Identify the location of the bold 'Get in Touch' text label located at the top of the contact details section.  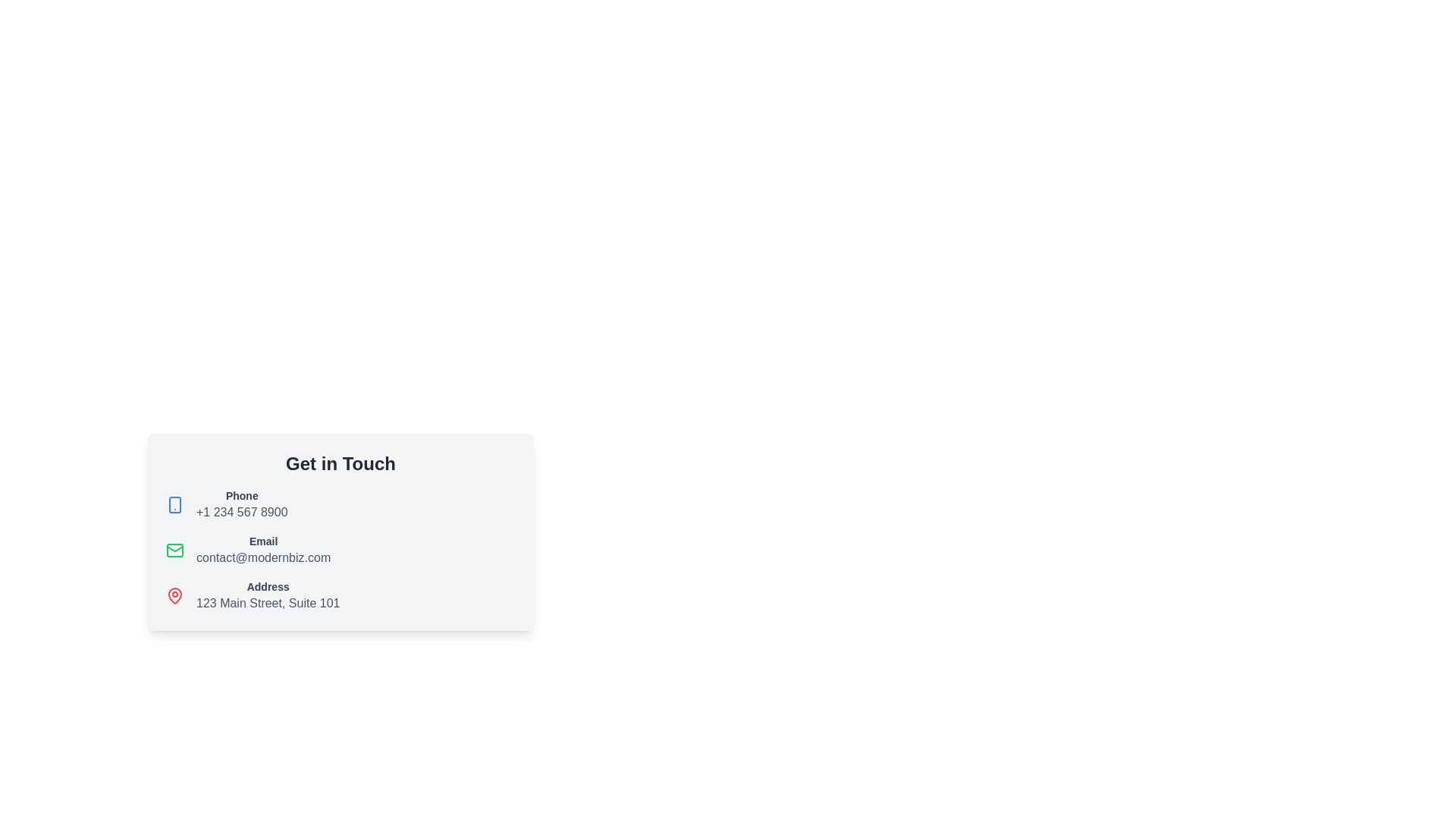
(340, 463).